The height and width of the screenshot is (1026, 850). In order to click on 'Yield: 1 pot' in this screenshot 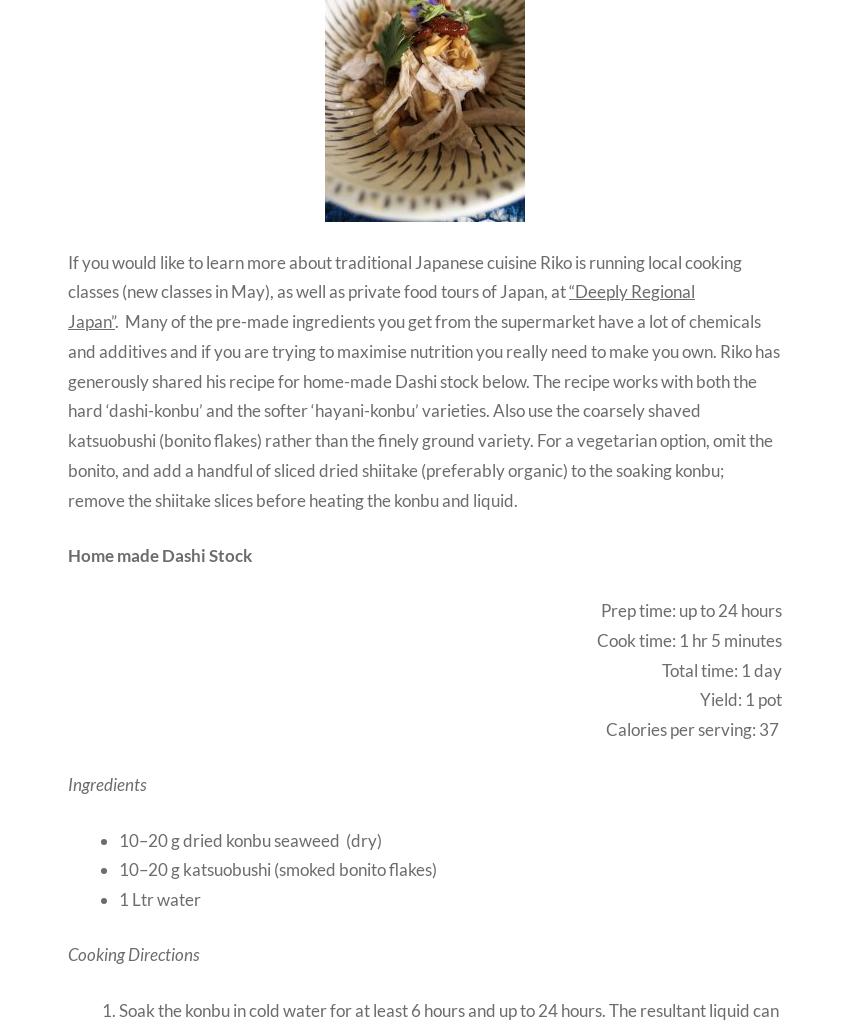, I will do `click(741, 698)`.